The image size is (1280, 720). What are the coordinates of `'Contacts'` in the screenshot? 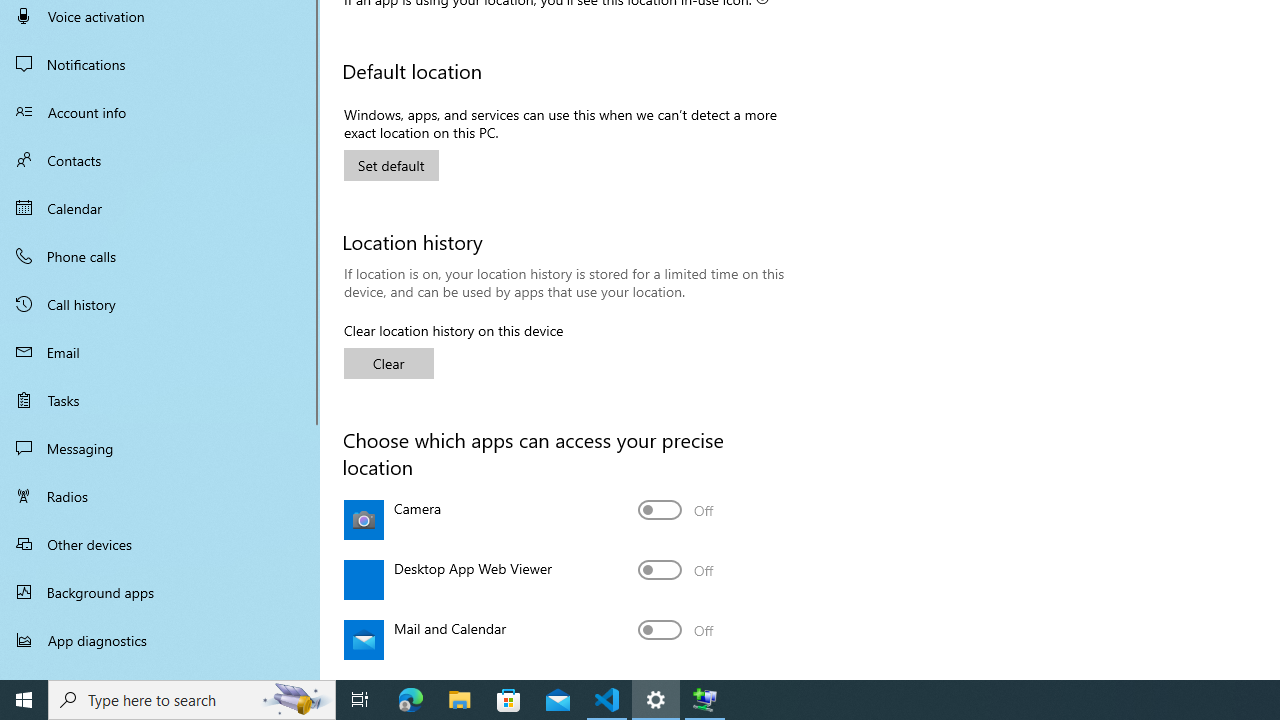 It's located at (160, 159).